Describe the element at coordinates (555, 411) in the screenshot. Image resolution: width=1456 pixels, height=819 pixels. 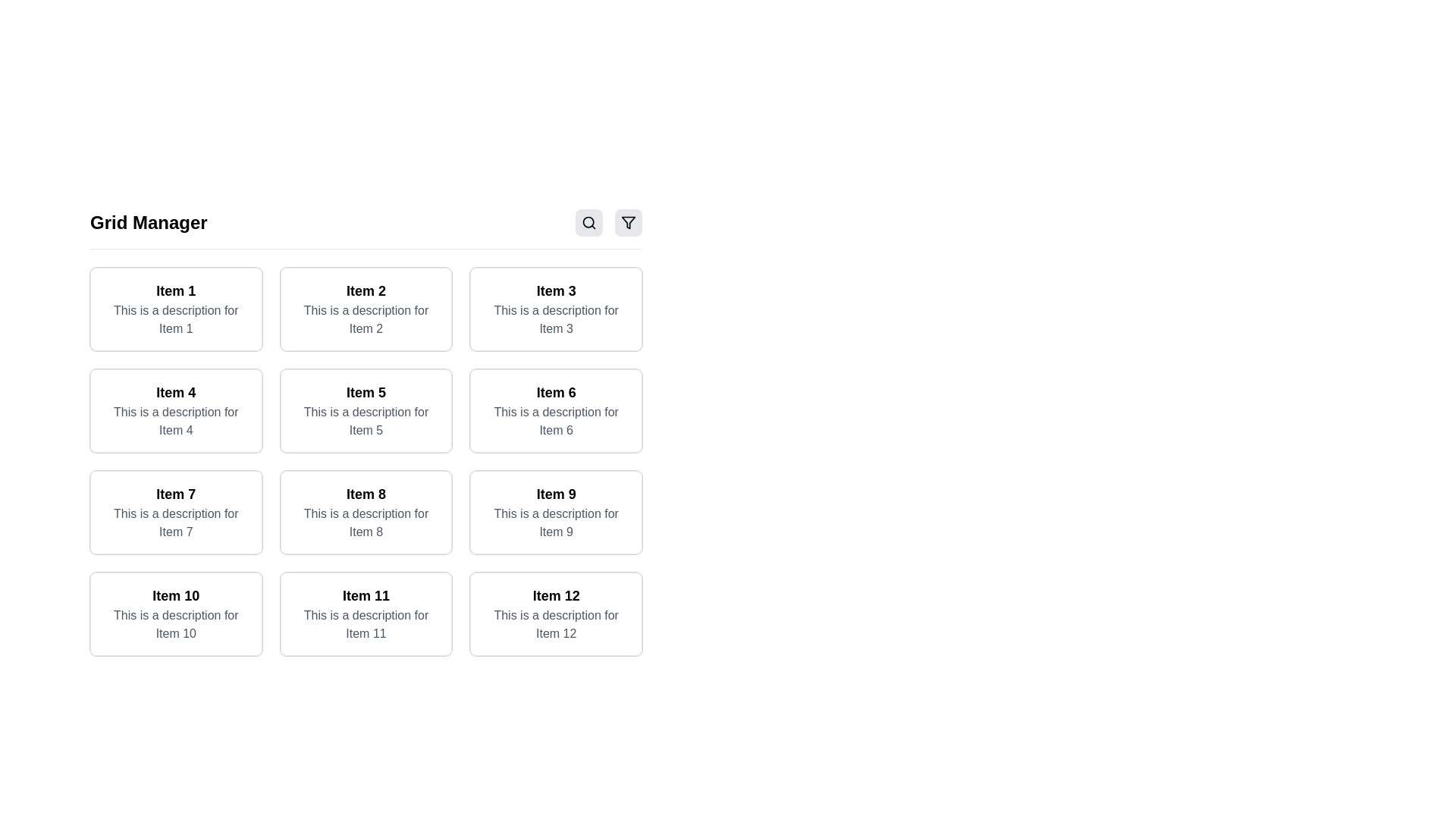
I see `information presented on the 'Item 6' card, which is the sixth card in a 3-column grid layout, located in the right column of the second row` at that location.